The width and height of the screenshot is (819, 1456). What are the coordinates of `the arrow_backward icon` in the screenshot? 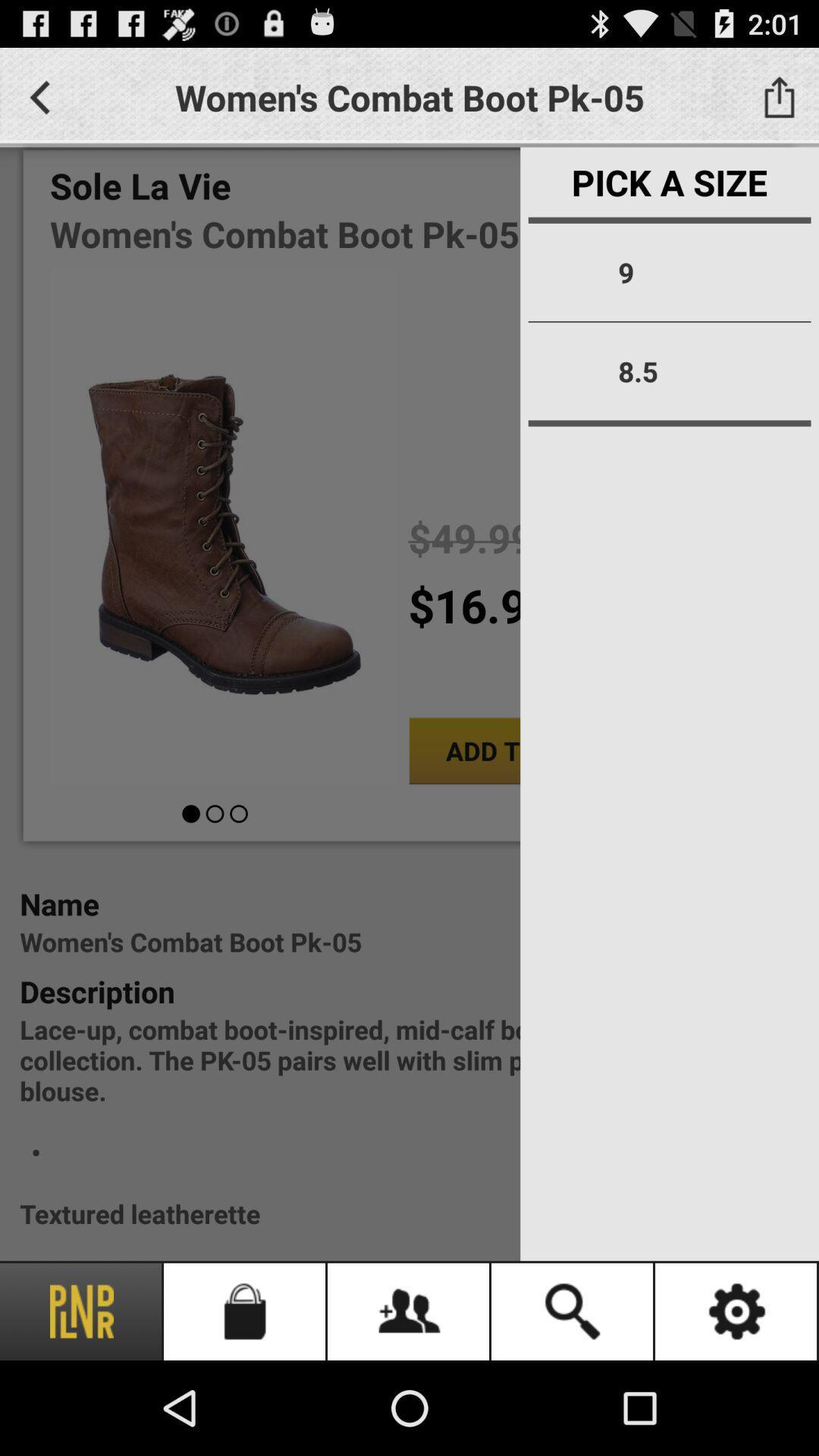 It's located at (39, 103).